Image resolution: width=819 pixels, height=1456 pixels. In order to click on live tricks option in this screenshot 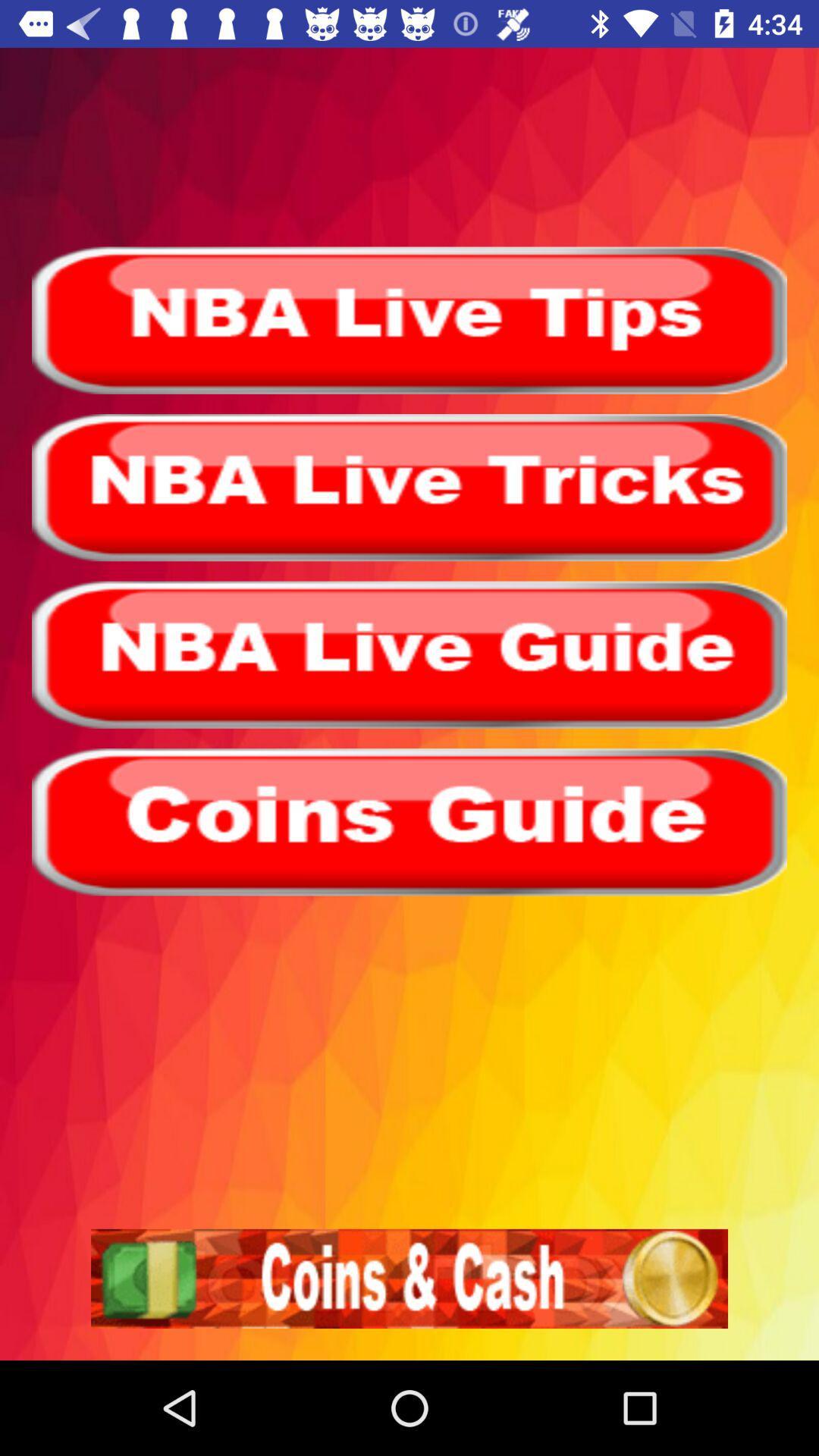, I will do `click(409, 488)`.